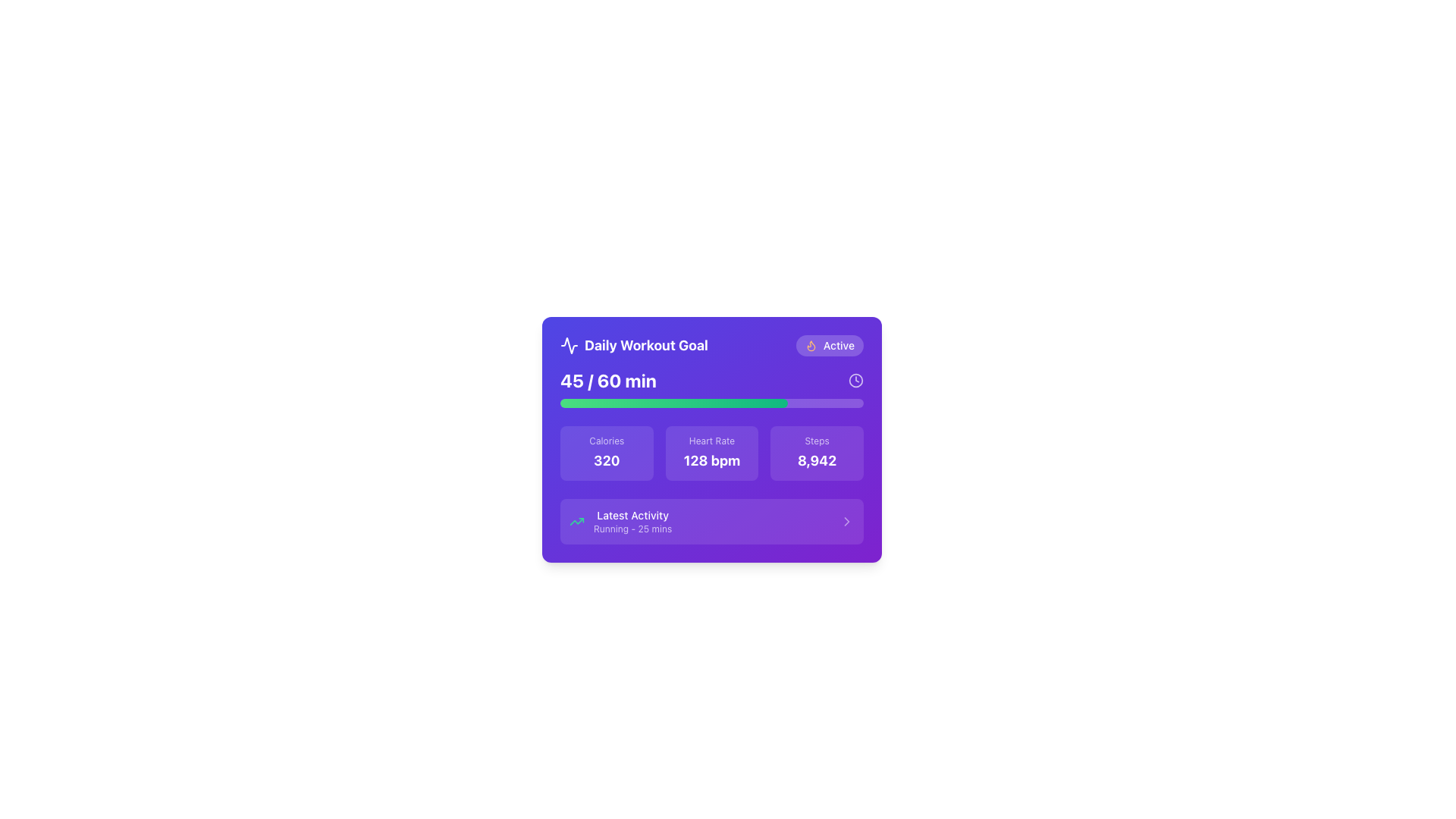 The width and height of the screenshot is (1456, 819). What do you see at coordinates (829, 345) in the screenshot?
I see `the 'Active' badge located in the upper-right corner of the 'Daily Workout Goal' card, which features a white flame-shaped icon and bold white text` at bounding box center [829, 345].